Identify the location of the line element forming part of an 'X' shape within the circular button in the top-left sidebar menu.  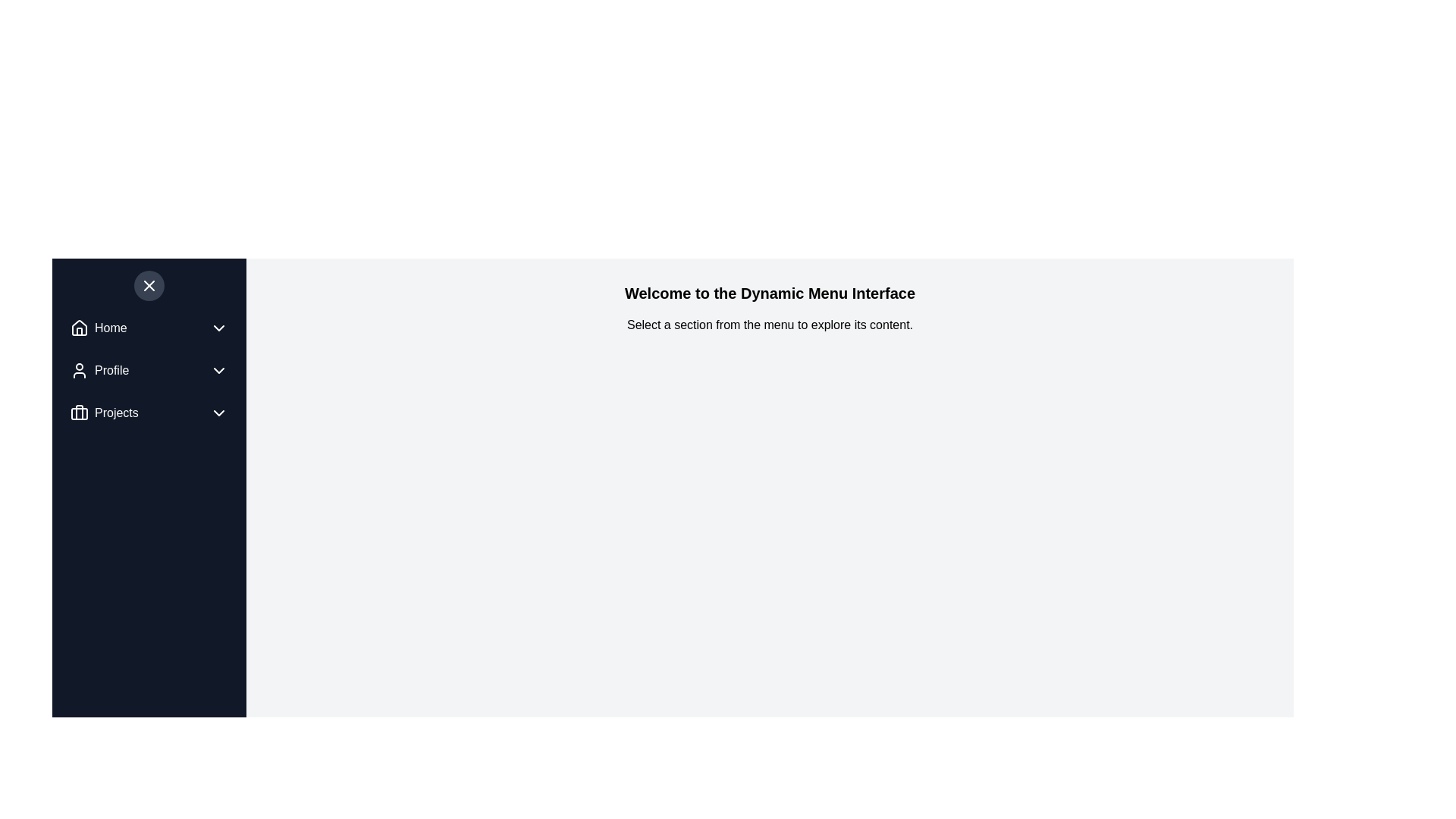
(149, 286).